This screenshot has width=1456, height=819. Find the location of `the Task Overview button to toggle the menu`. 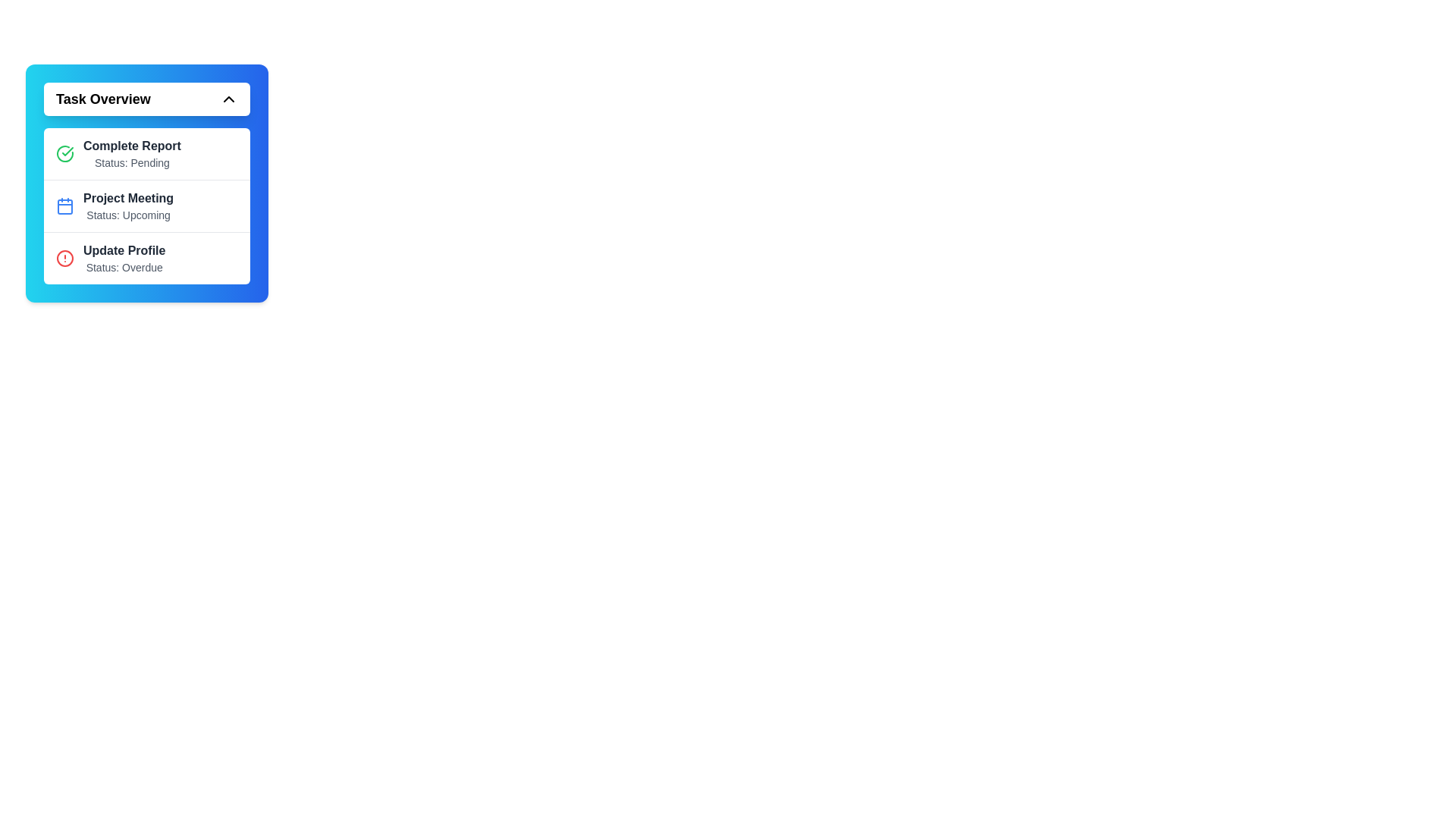

the Task Overview button to toggle the menu is located at coordinates (146, 99).